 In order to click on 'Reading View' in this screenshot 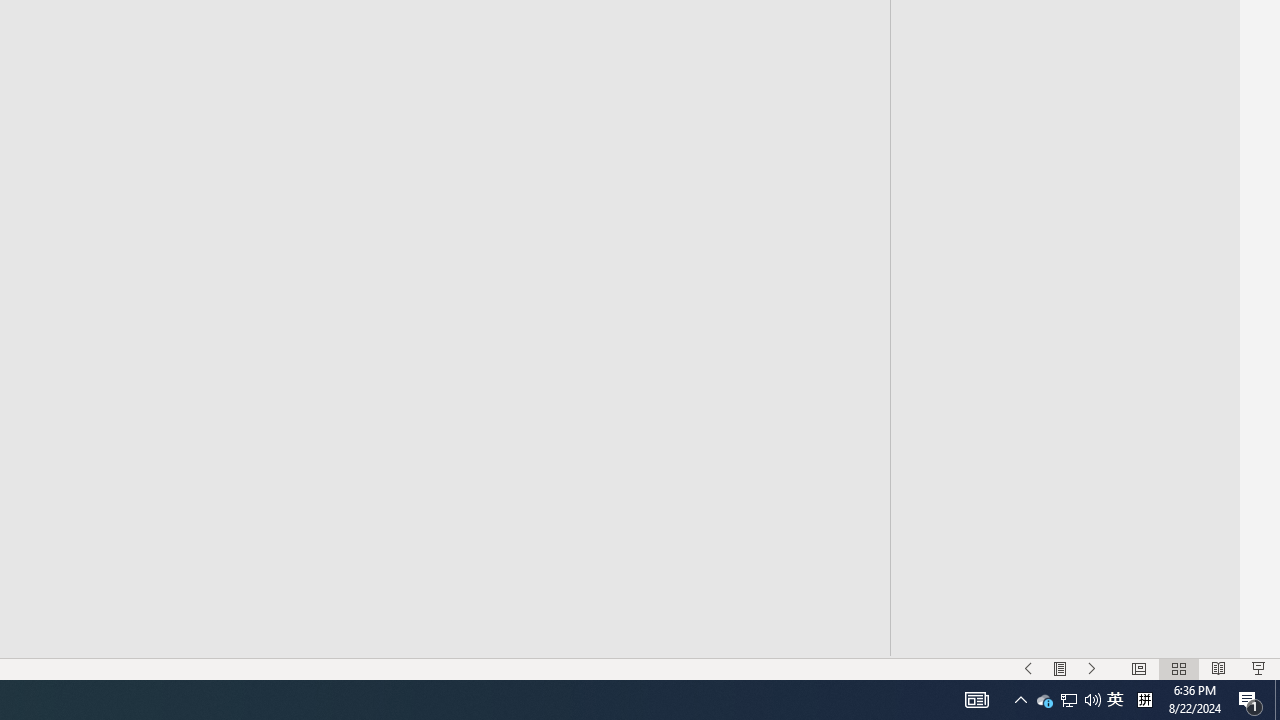, I will do `click(1218, 669)`.